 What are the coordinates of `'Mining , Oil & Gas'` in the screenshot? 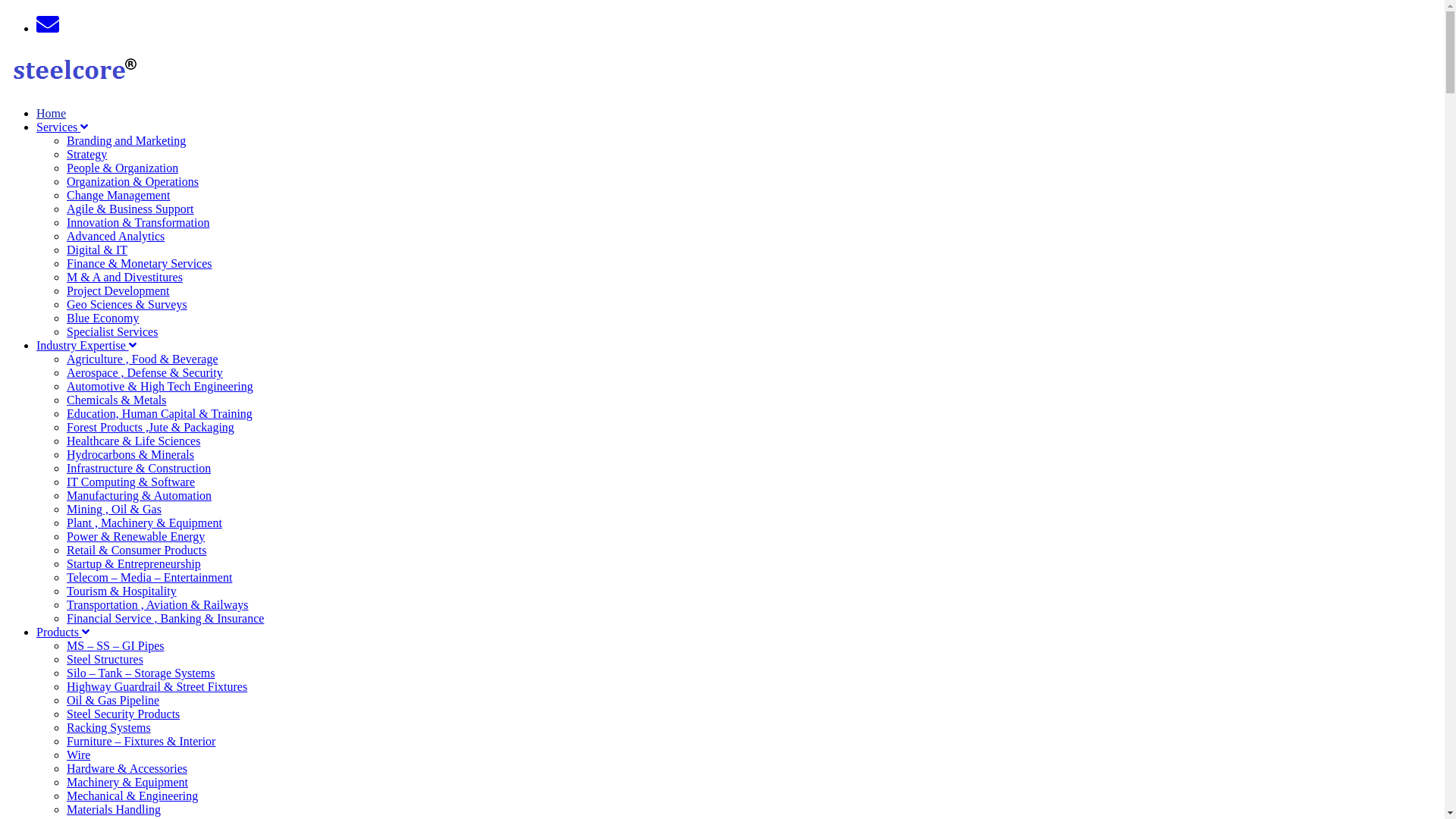 It's located at (113, 509).